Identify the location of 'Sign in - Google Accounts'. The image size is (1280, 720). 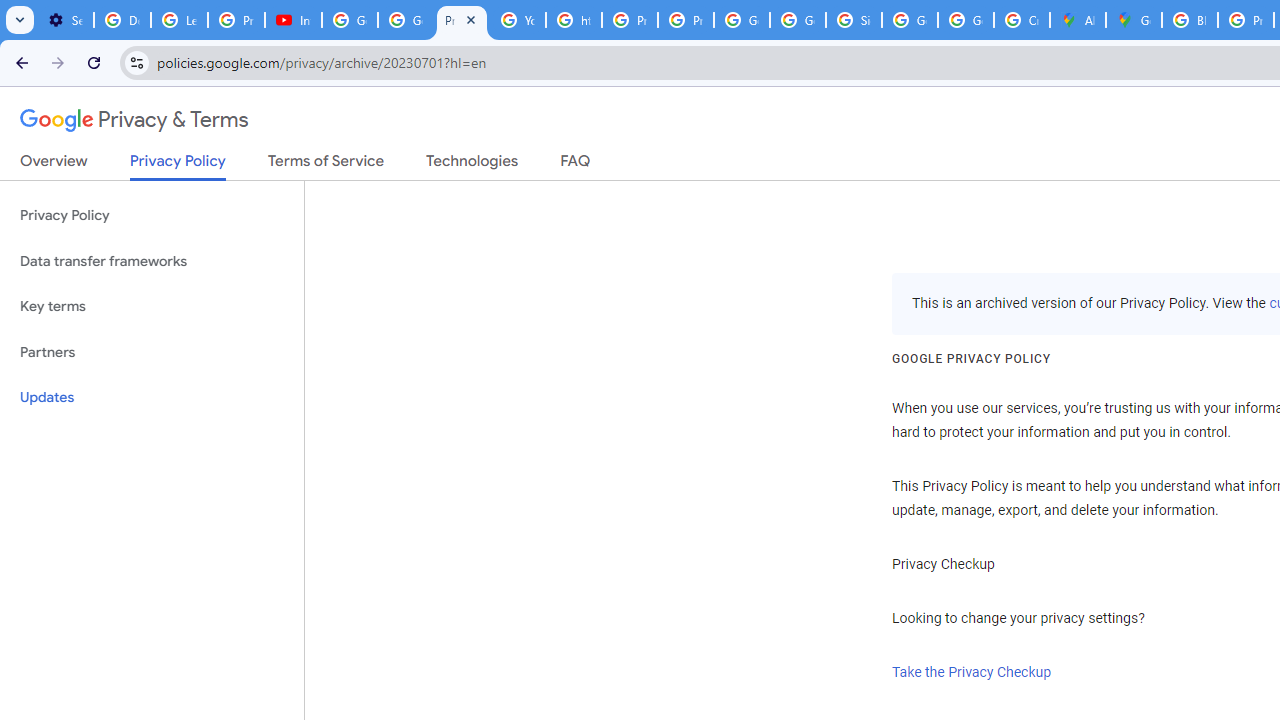
(853, 20).